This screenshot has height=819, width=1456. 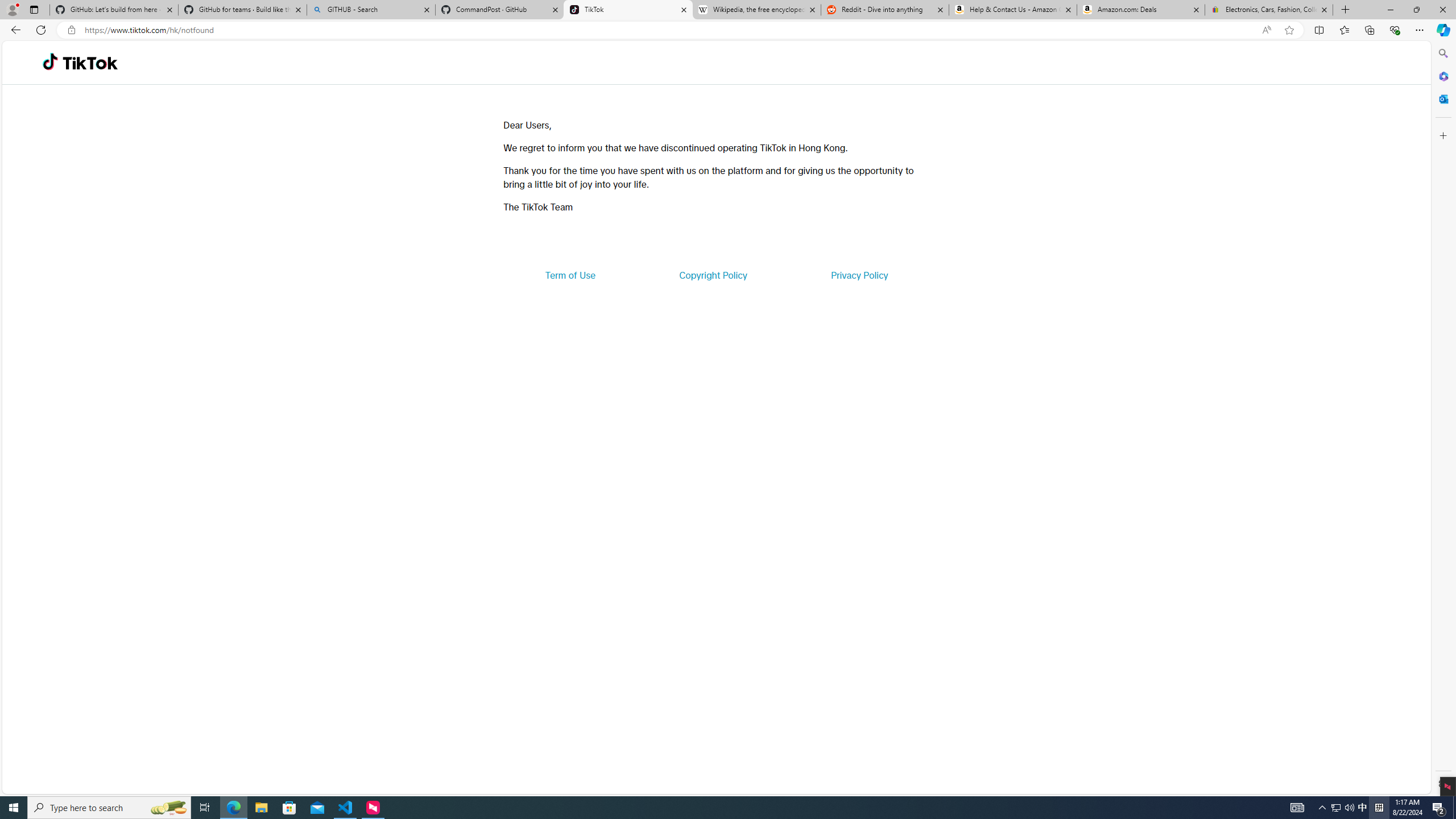 I want to click on 'GITHUB - Search', so click(x=370, y=9).